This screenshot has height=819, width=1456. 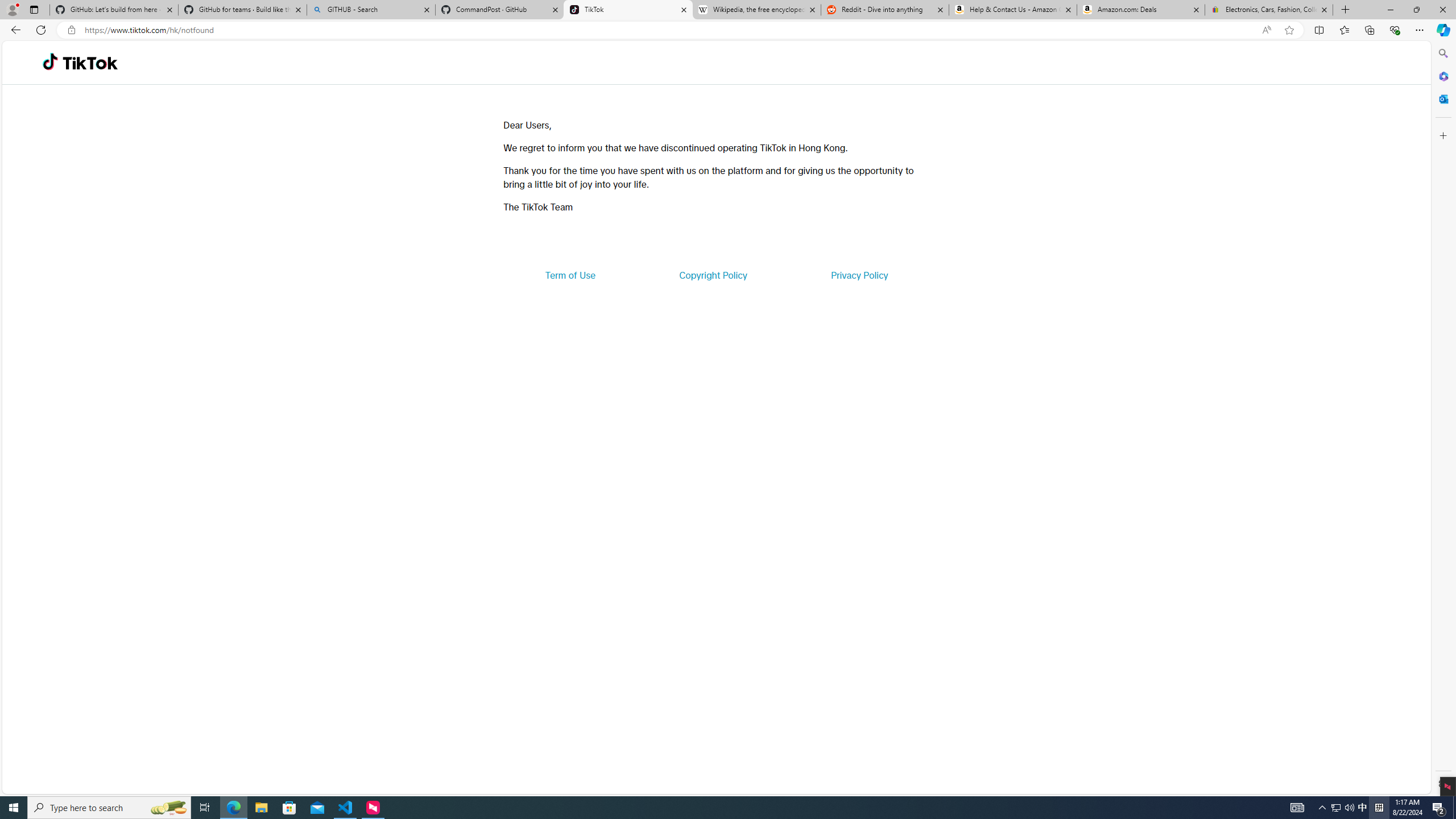 I want to click on 'GITHUB - Search', so click(x=370, y=9).